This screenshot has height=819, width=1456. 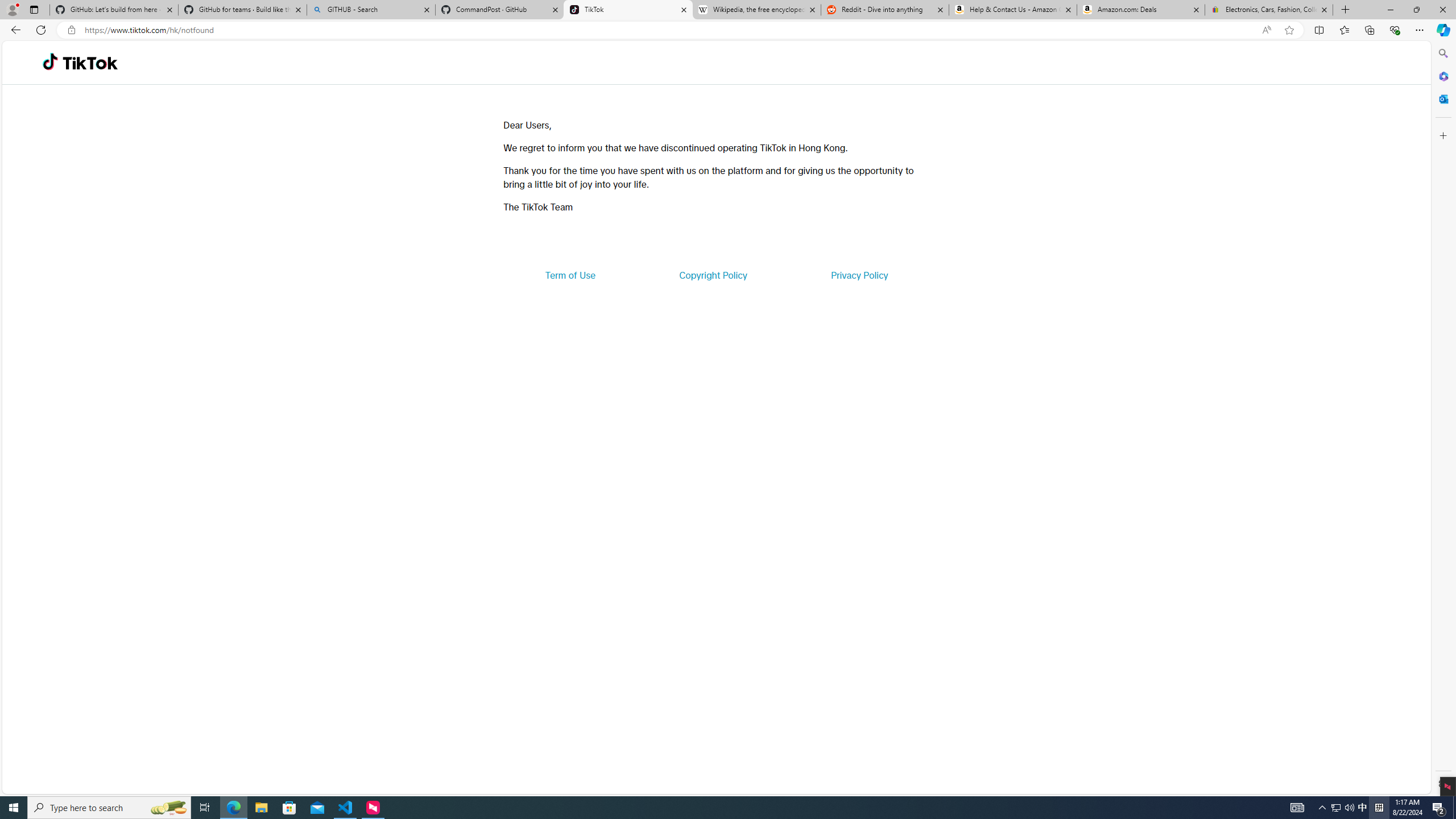 I want to click on 'GITHUB - Search', so click(x=370, y=9).